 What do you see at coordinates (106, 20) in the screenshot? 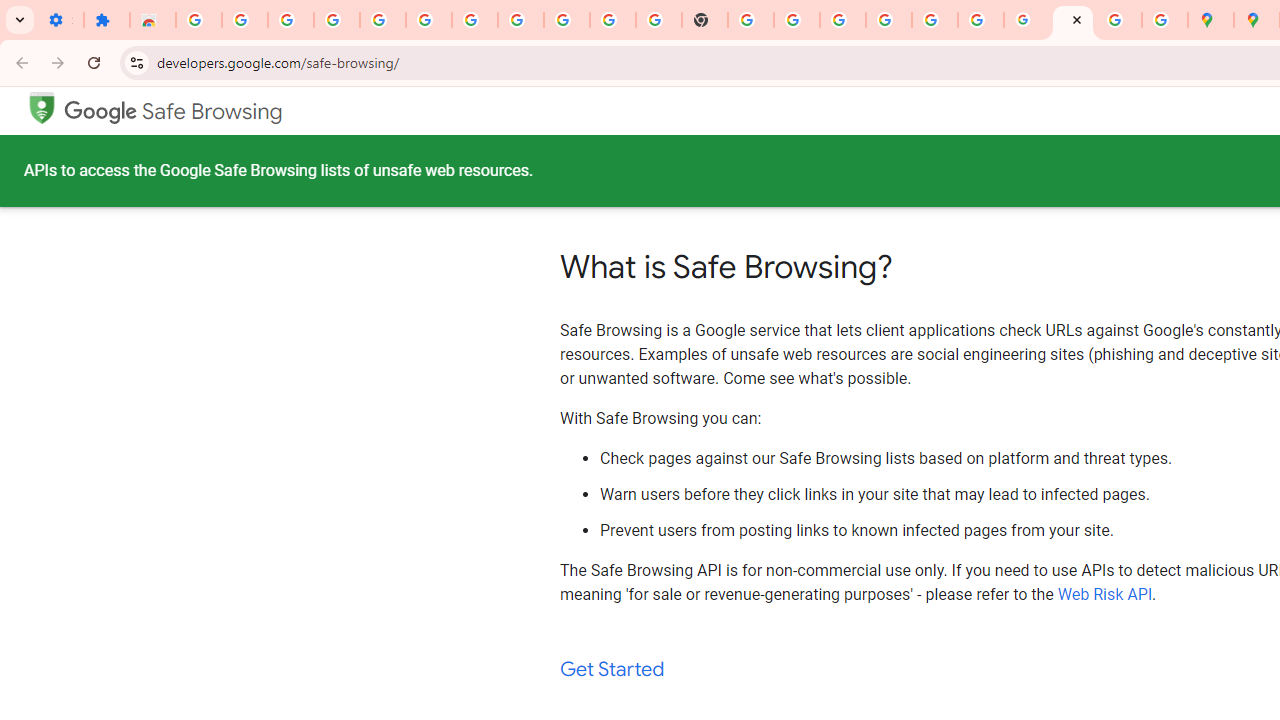
I see `'Extensions'` at bounding box center [106, 20].